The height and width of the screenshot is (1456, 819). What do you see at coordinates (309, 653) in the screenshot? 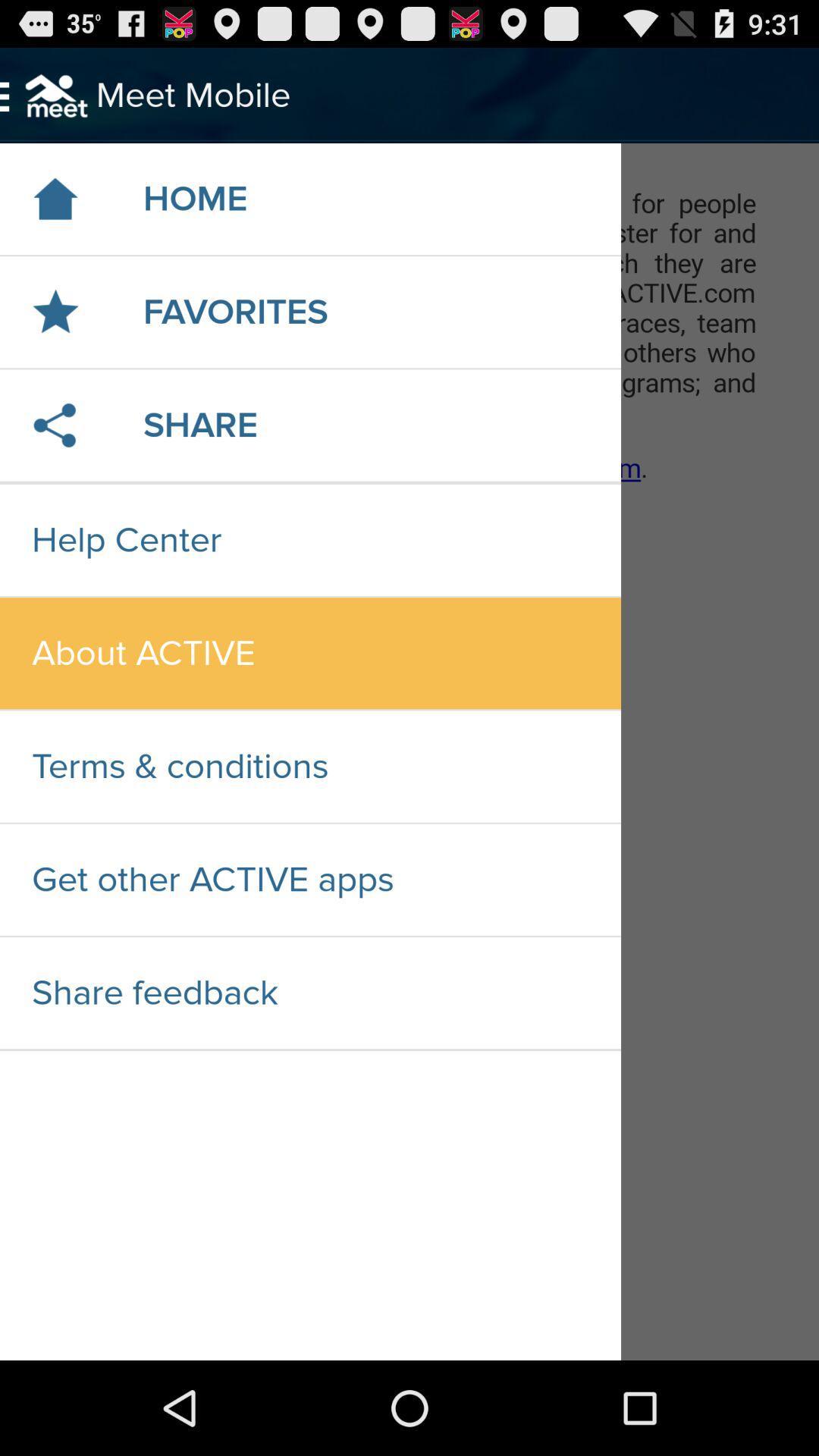
I see `about active icon` at bounding box center [309, 653].